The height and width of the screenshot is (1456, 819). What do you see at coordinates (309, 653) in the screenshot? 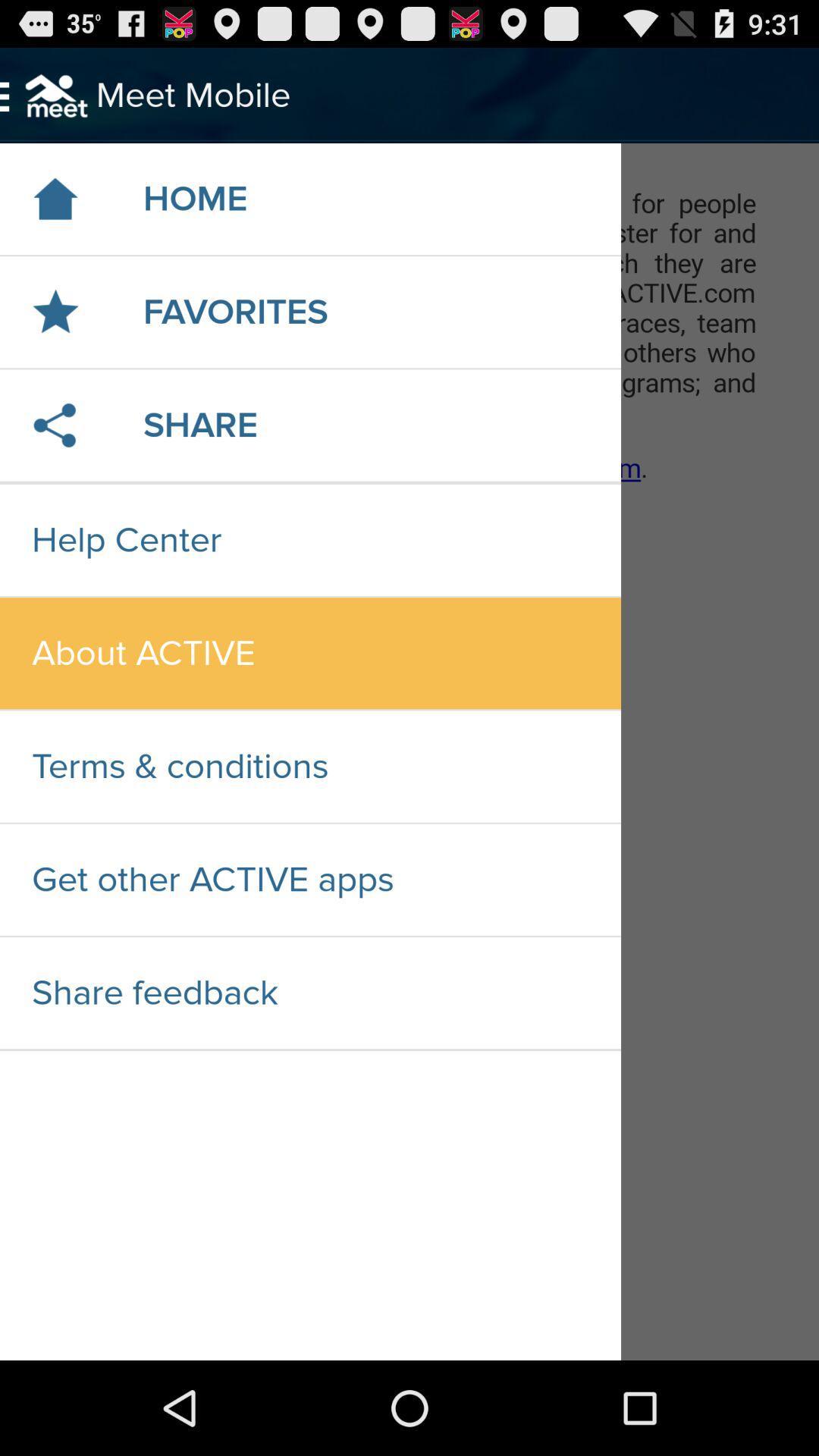
I see `about active icon` at bounding box center [309, 653].